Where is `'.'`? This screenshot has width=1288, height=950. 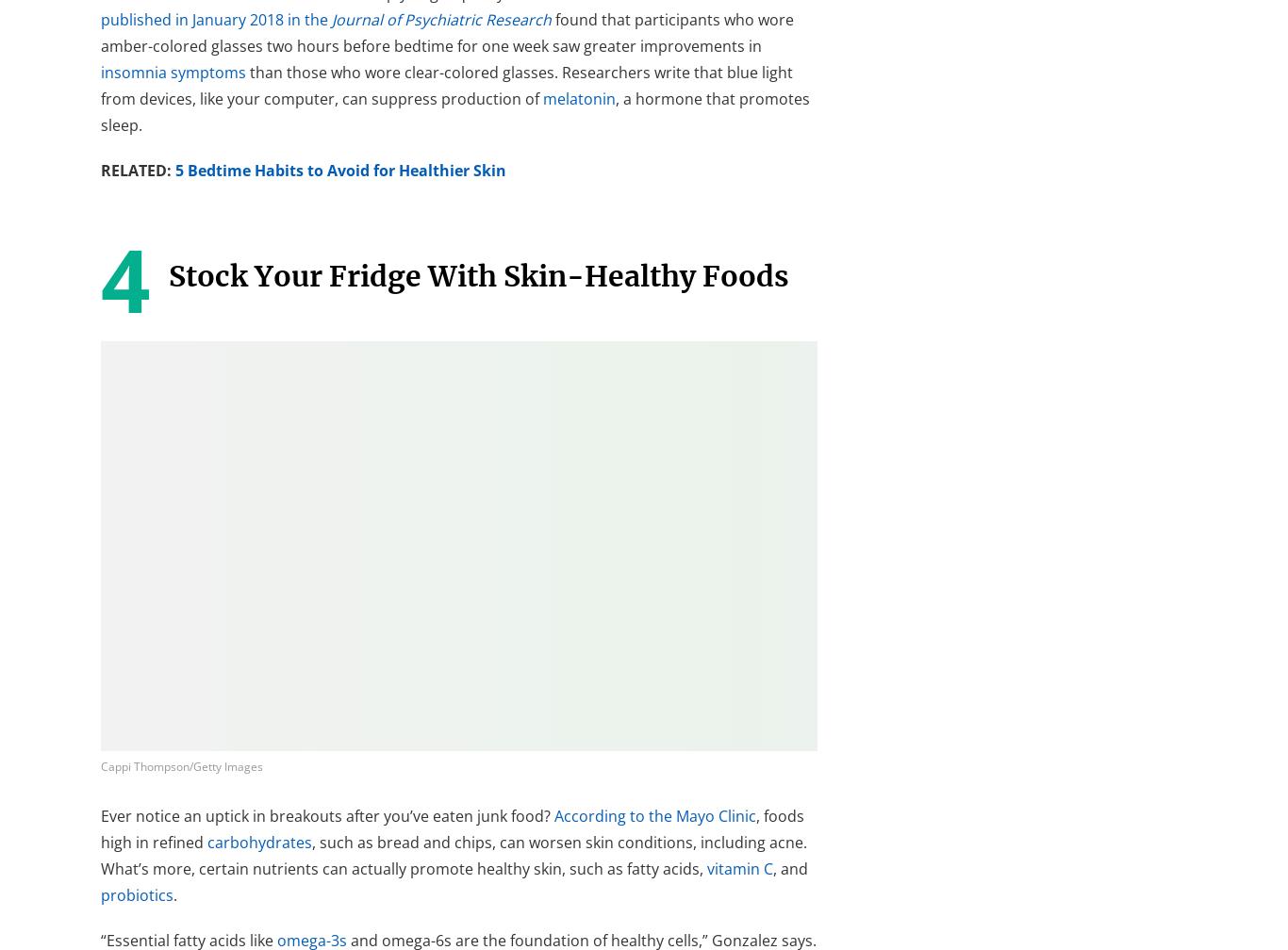
'.' is located at coordinates (173, 894).